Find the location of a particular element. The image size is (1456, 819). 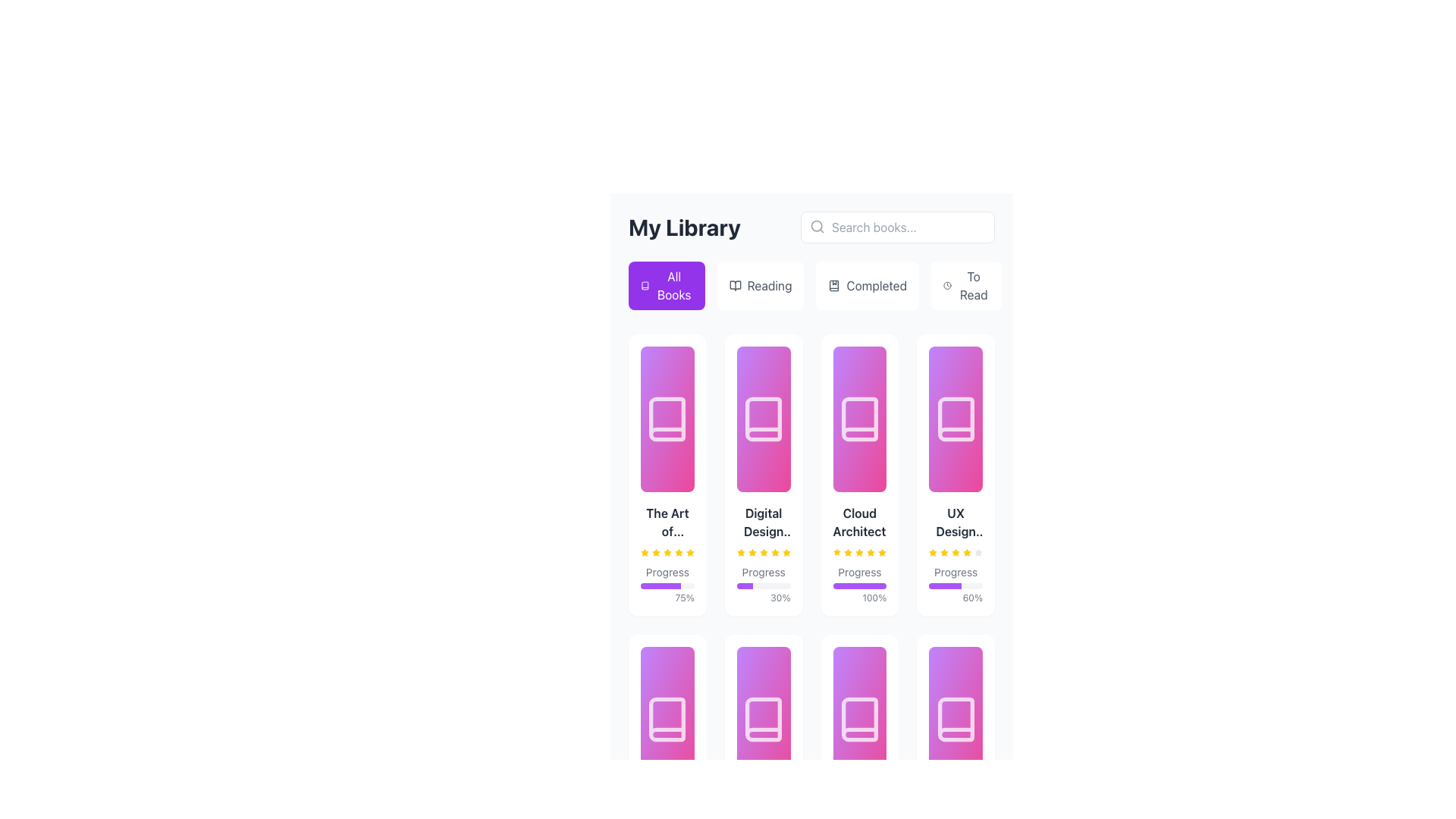

the filled star icon indicating a rating in the fourth book card of the digital library interface is located at coordinates (966, 552).